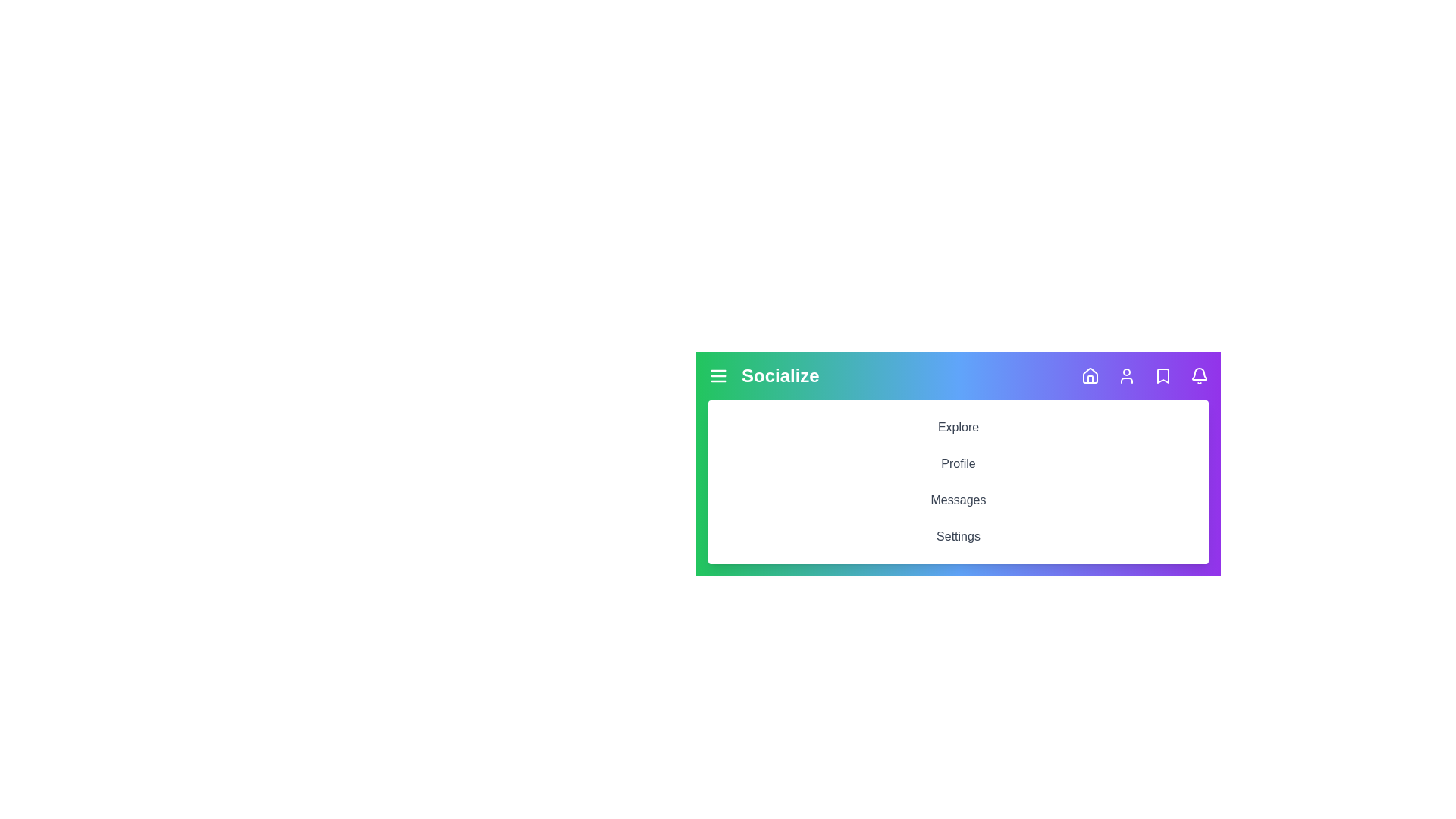 This screenshot has width=1456, height=819. What do you see at coordinates (1090, 375) in the screenshot?
I see `the navigation bar icon to navigate to Home` at bounding box center [1090, 375].